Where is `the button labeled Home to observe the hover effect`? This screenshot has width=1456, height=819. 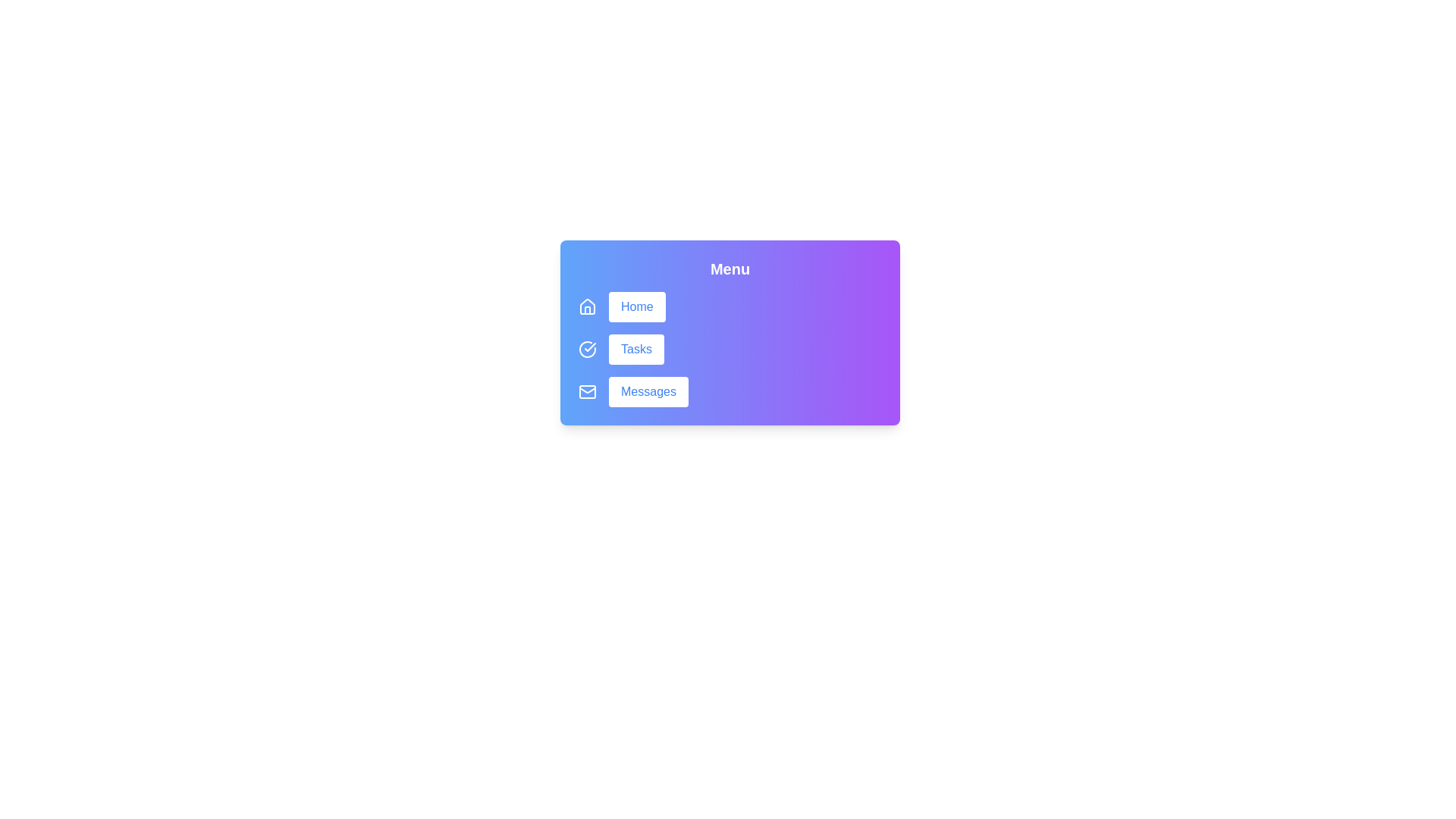
the button labeled Home to observe the hover effect is located at coordinates (637, 307).